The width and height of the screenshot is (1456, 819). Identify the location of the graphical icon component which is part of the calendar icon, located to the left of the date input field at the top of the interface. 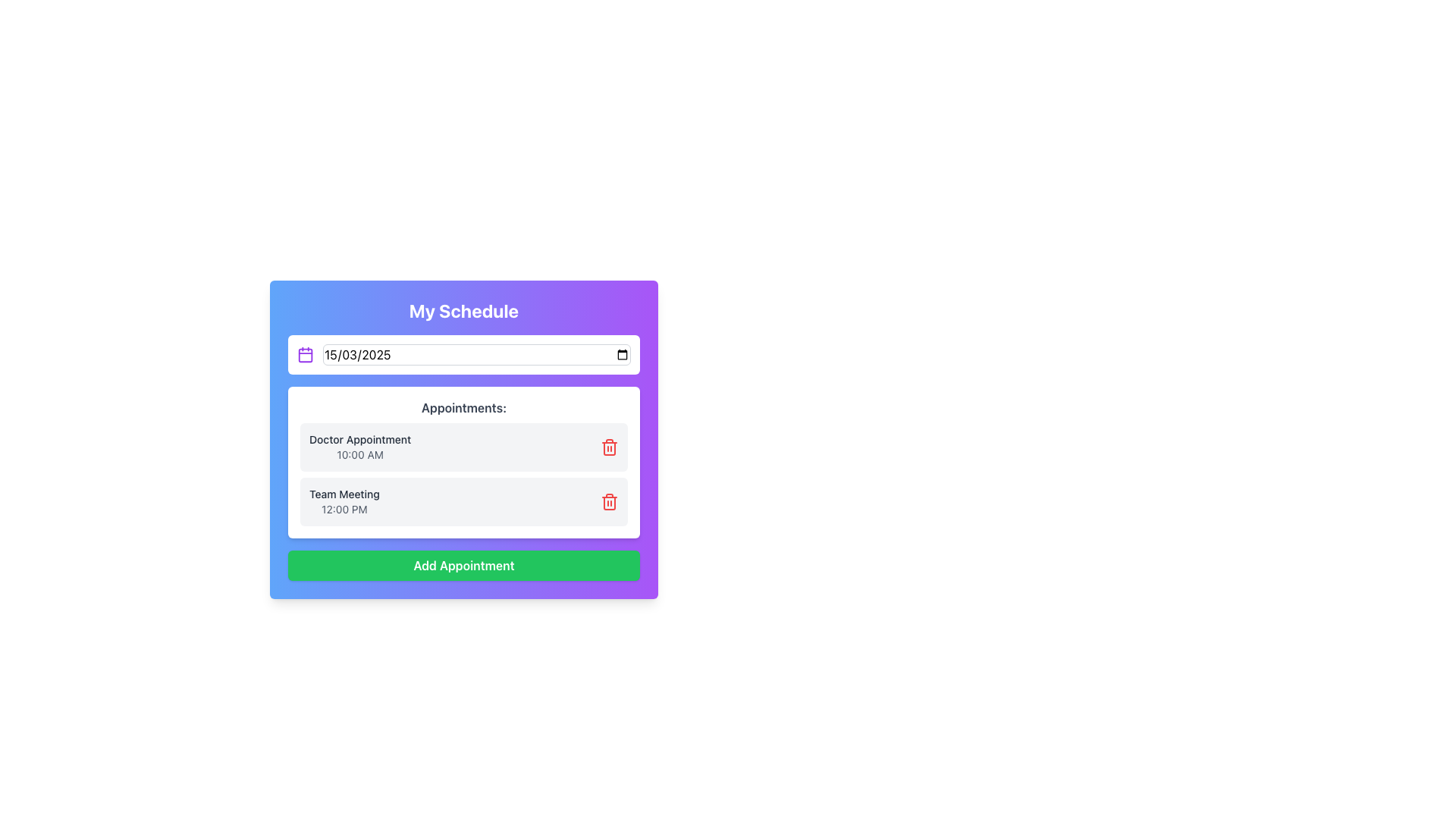
(305, 355).